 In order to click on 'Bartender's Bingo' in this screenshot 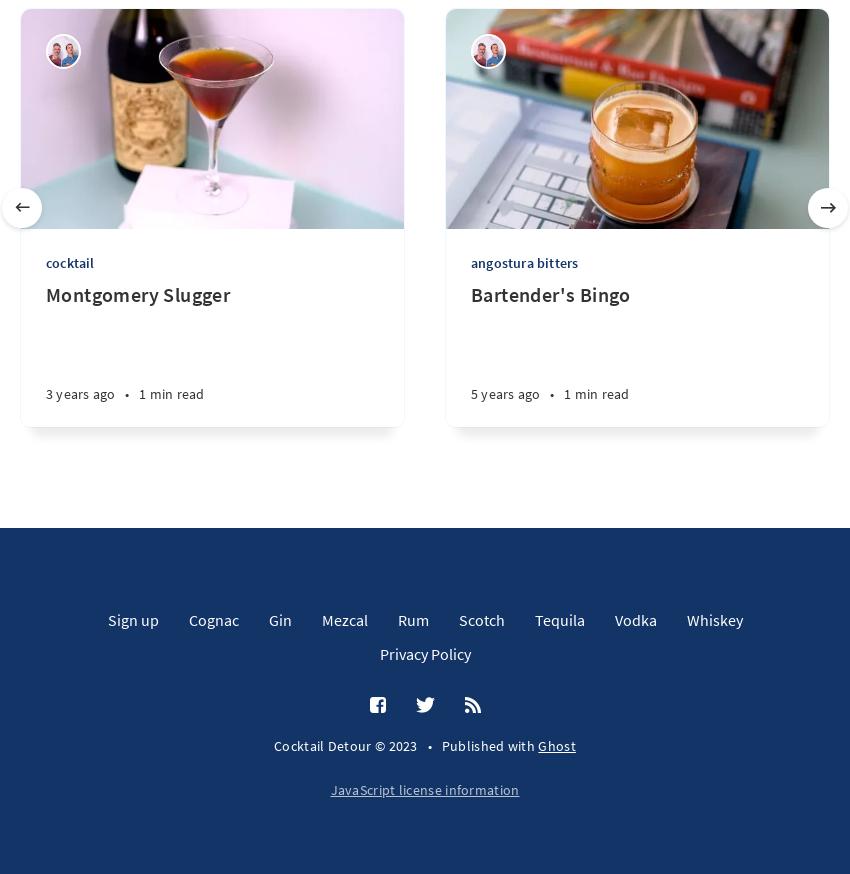, I will do `click(549, 292)`.